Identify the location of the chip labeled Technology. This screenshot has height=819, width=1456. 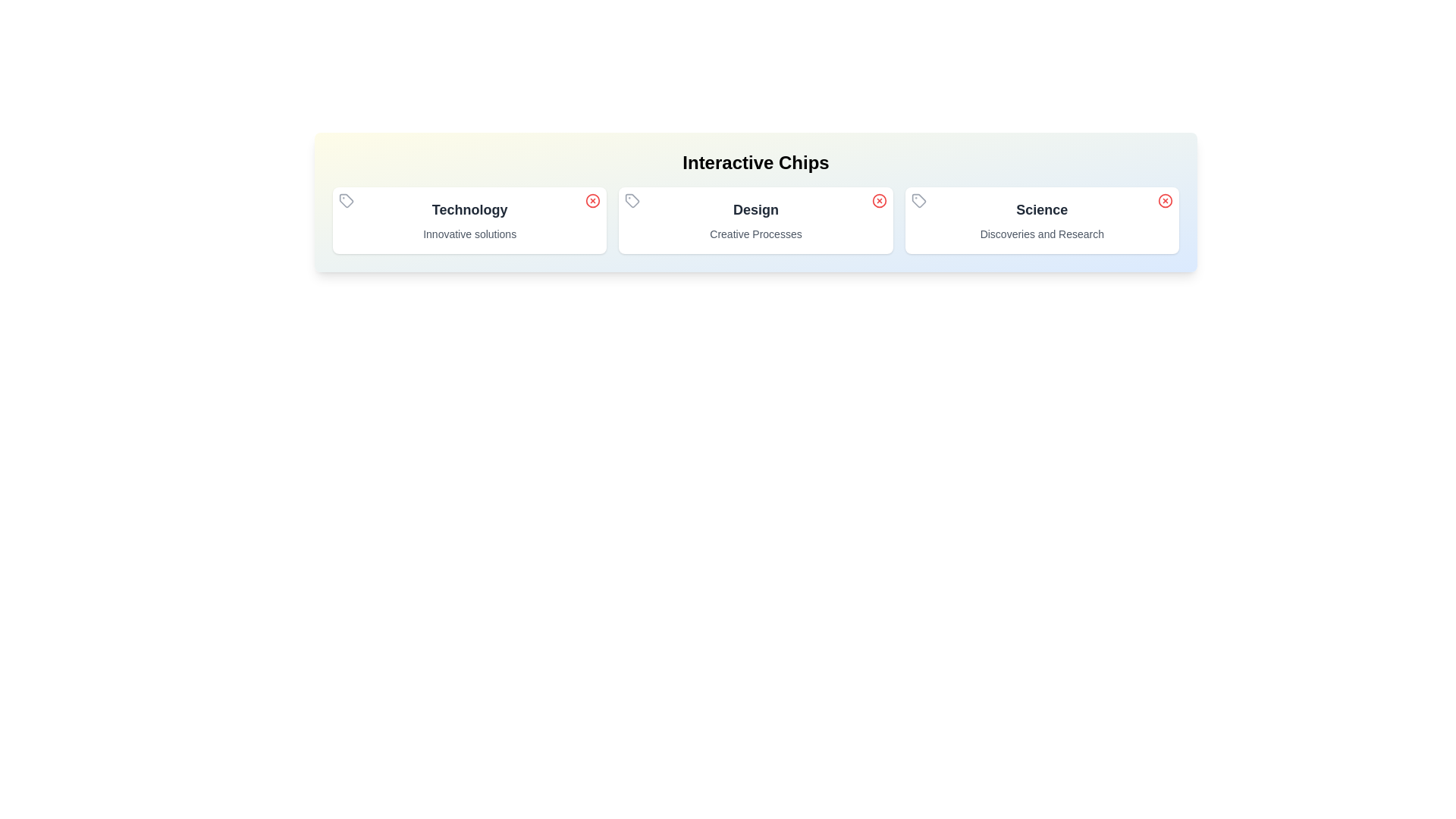
(469, 220).